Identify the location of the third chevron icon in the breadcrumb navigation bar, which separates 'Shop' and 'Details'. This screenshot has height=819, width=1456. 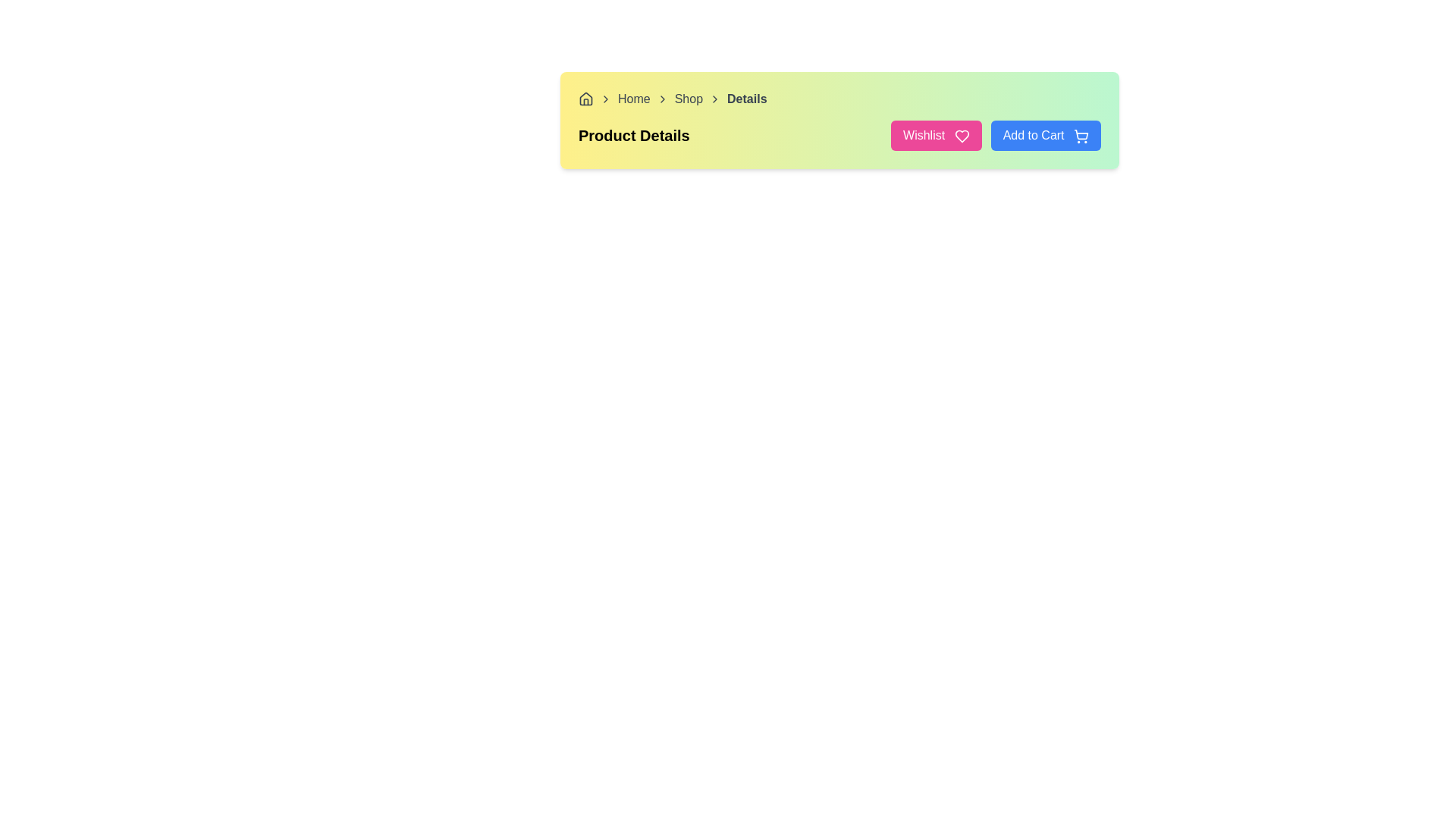
(714, 99).